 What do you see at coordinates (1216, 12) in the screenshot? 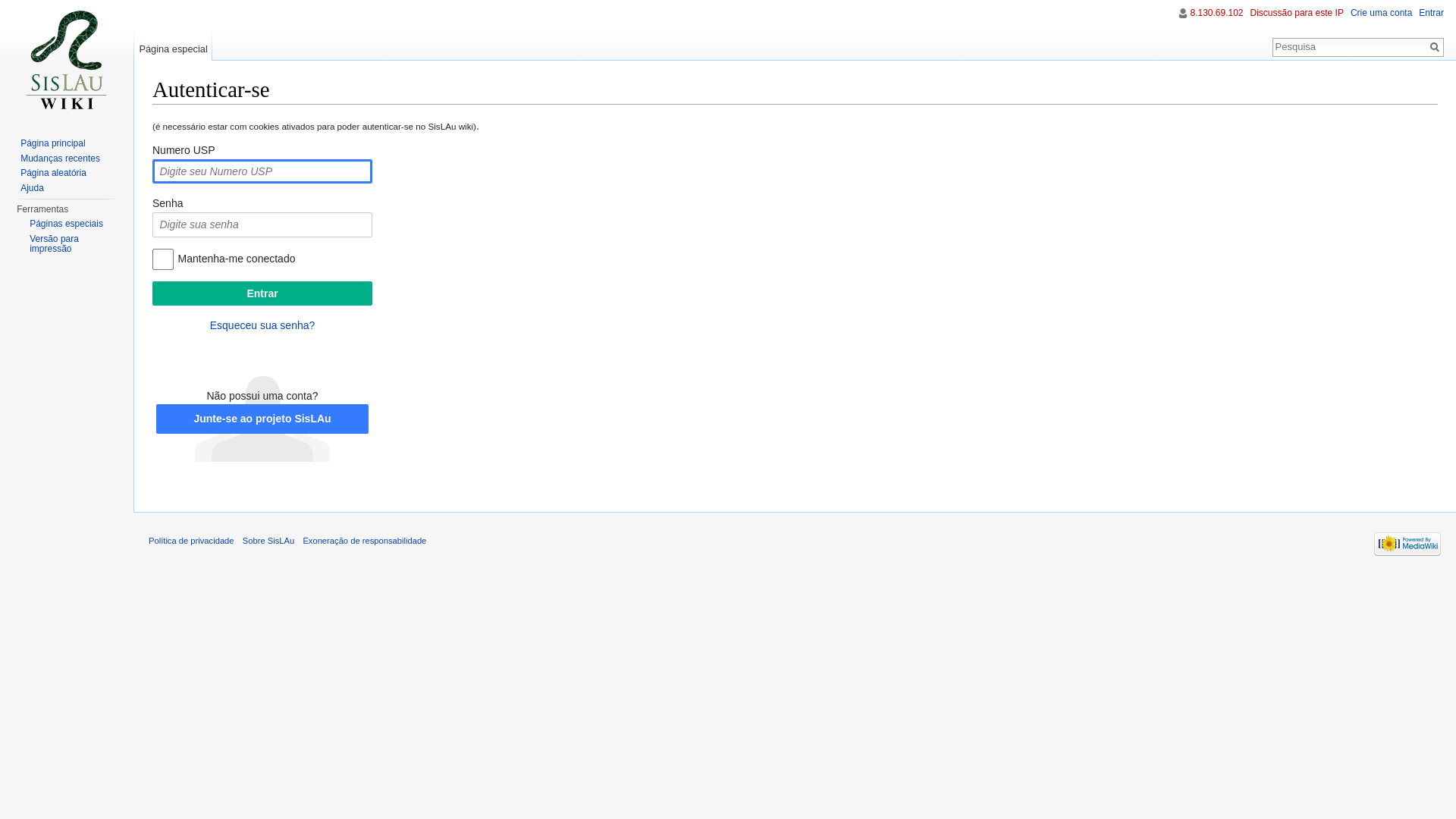
I see `'8.130.69.102'` at bounding box center [1216, 12].